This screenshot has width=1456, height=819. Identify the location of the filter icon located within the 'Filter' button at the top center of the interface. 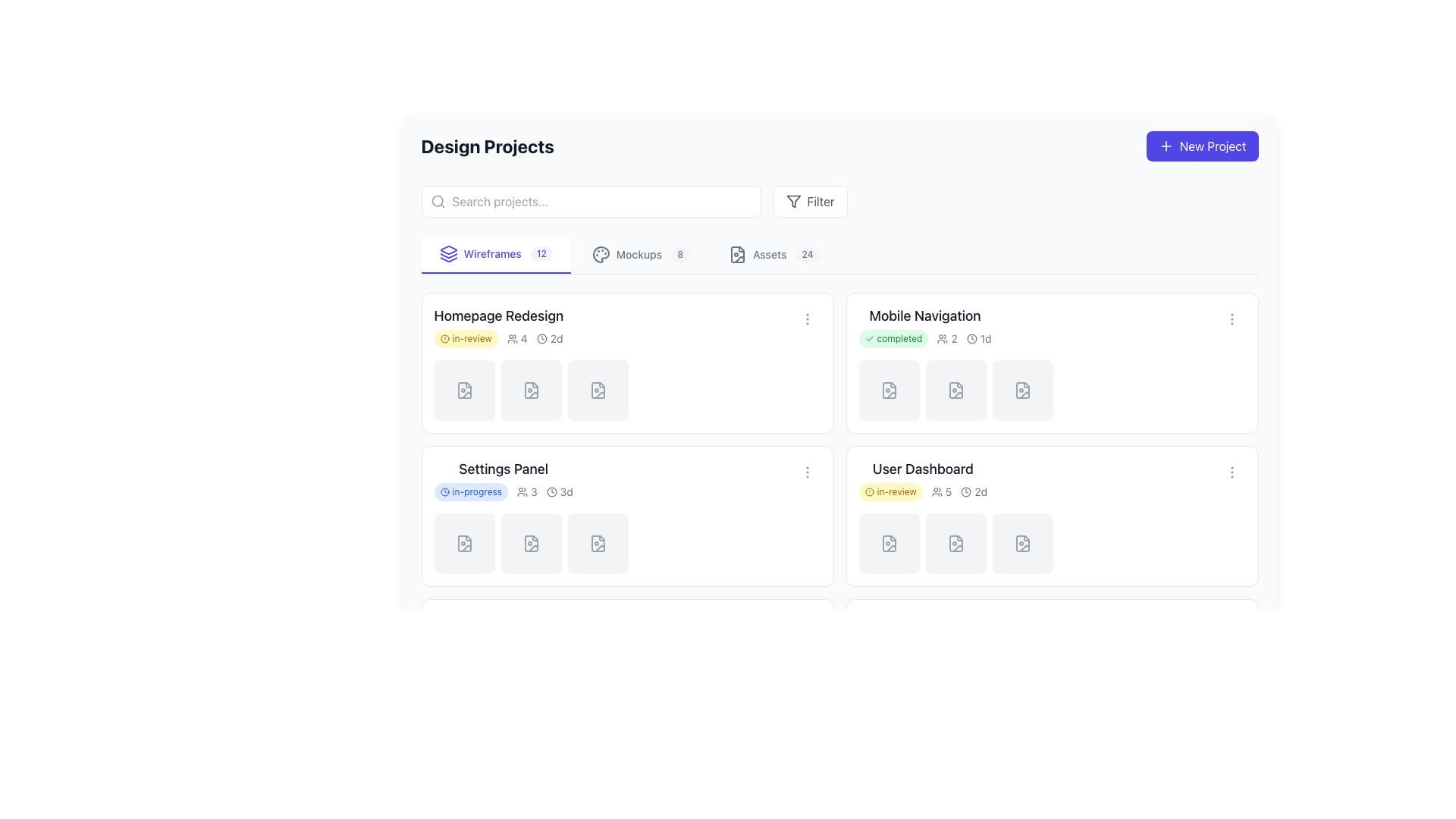
(792, 201).